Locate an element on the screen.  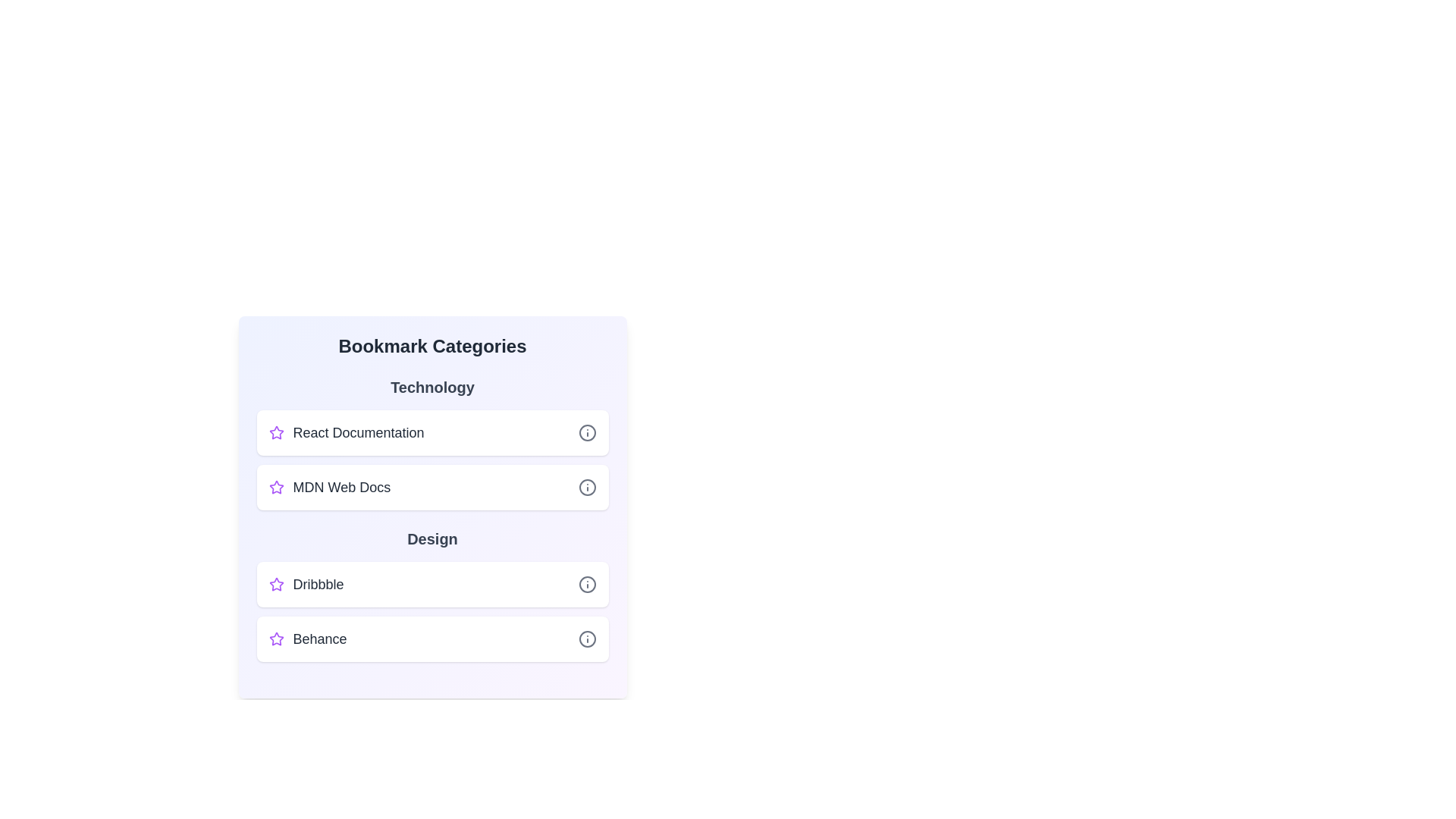
the bookmark titled MDN Web Docs is located at coordinates (431, 488).